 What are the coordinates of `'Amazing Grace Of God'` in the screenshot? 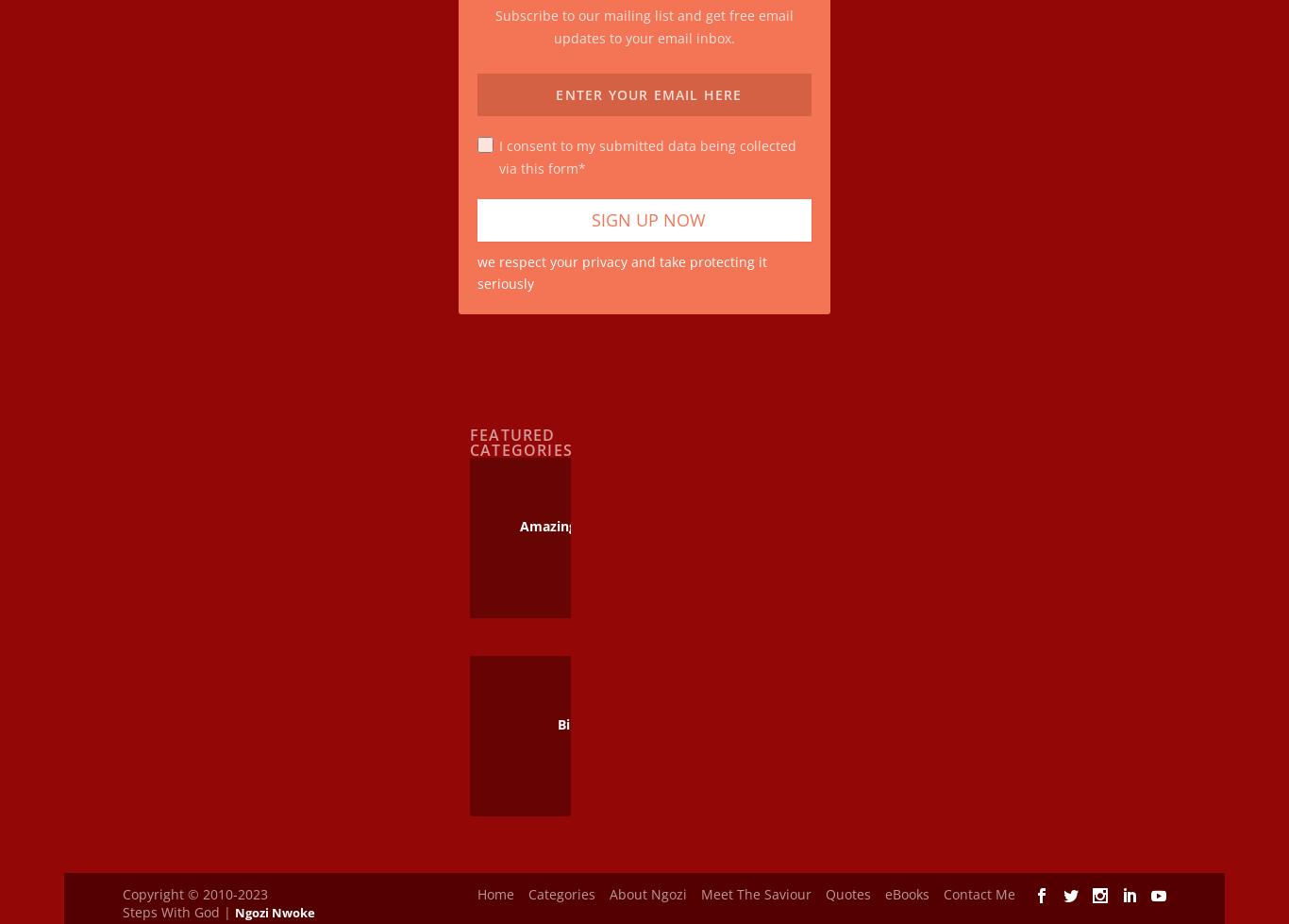 It's located at (591, 512).